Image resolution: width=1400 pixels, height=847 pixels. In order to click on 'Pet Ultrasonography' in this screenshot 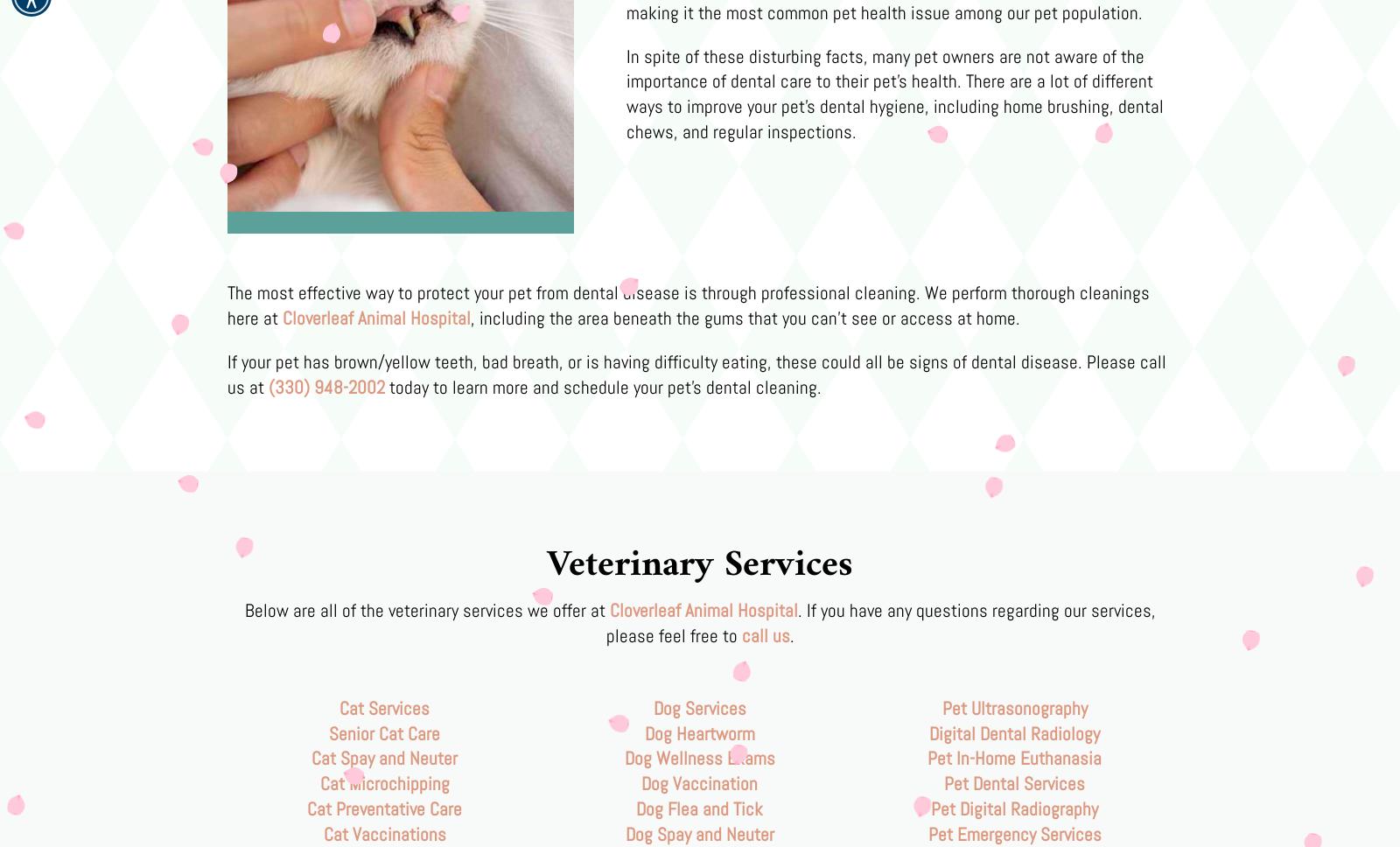, I will do `click(1014, 707)`.